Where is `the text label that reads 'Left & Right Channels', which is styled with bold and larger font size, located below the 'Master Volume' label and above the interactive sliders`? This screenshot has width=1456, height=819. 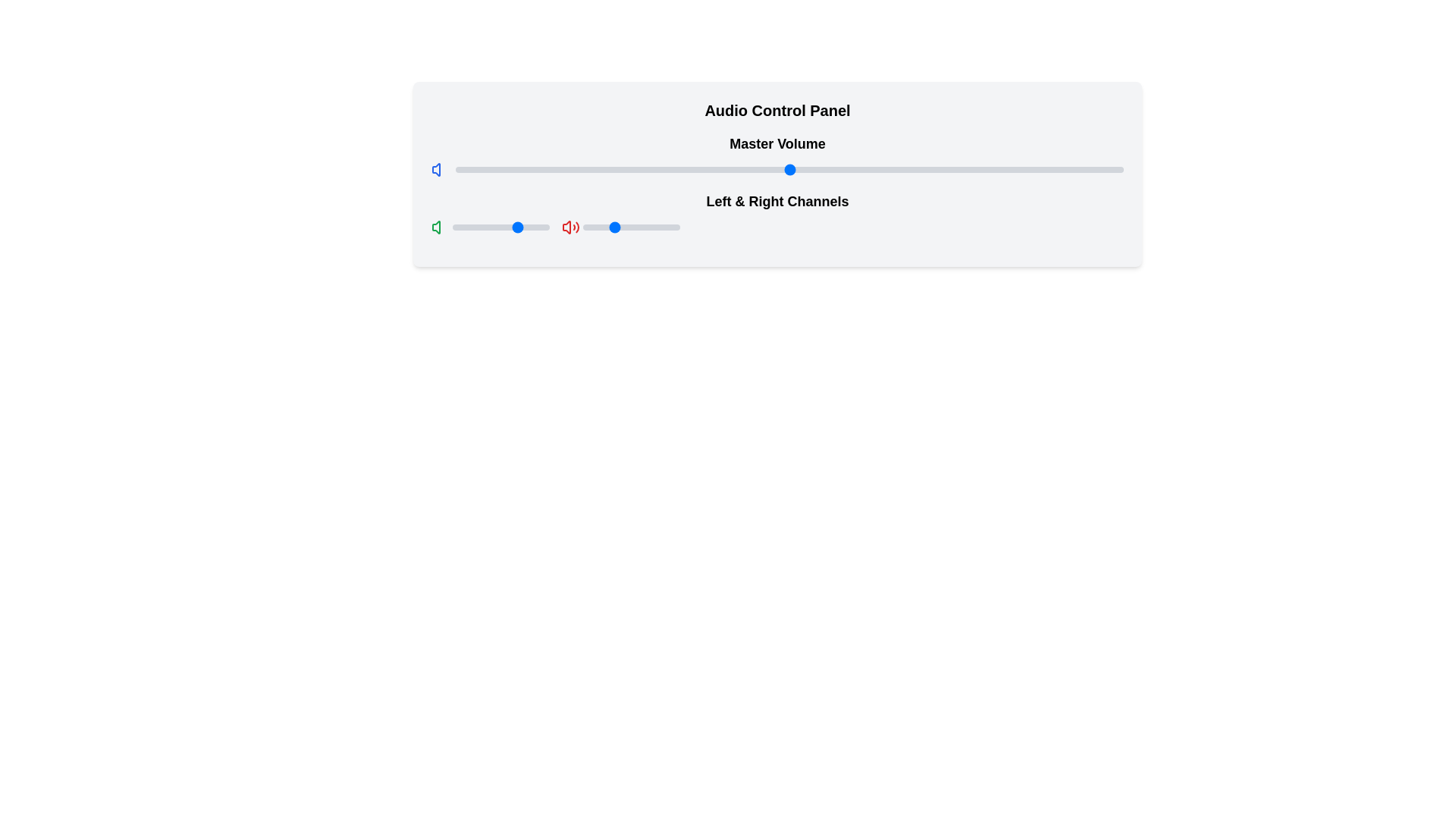 the text label that reads 'Left & Right Channels', which is styled with bold and larger font size, located below the 'Master Volume' label and above the interactive sliders is located at coordinates (777, 201).